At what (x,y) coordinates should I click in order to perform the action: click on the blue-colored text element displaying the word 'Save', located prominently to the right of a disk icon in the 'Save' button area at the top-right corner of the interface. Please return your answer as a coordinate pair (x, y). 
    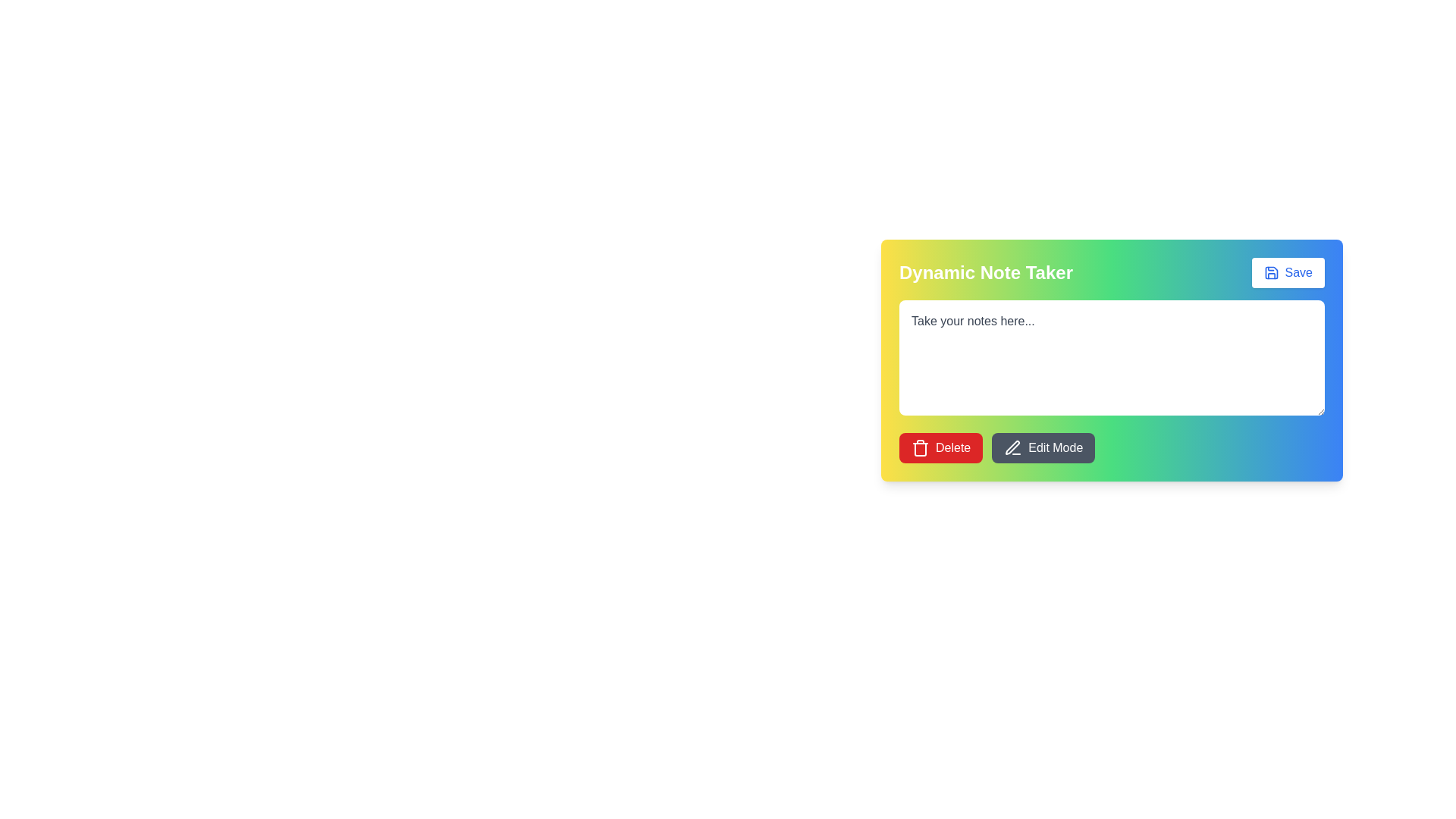
    Looking at the image, I should click on (1298, 271).